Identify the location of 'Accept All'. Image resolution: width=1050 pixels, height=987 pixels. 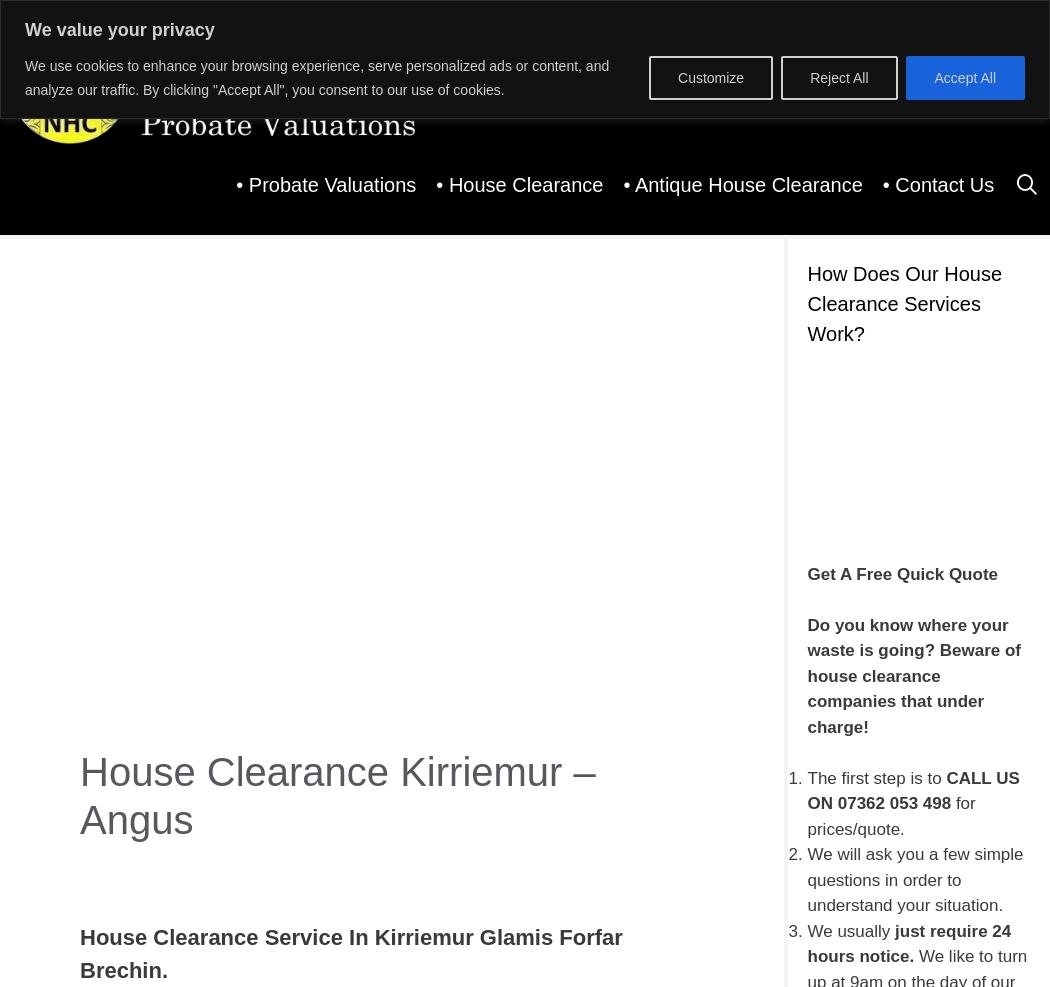
(963, 76).